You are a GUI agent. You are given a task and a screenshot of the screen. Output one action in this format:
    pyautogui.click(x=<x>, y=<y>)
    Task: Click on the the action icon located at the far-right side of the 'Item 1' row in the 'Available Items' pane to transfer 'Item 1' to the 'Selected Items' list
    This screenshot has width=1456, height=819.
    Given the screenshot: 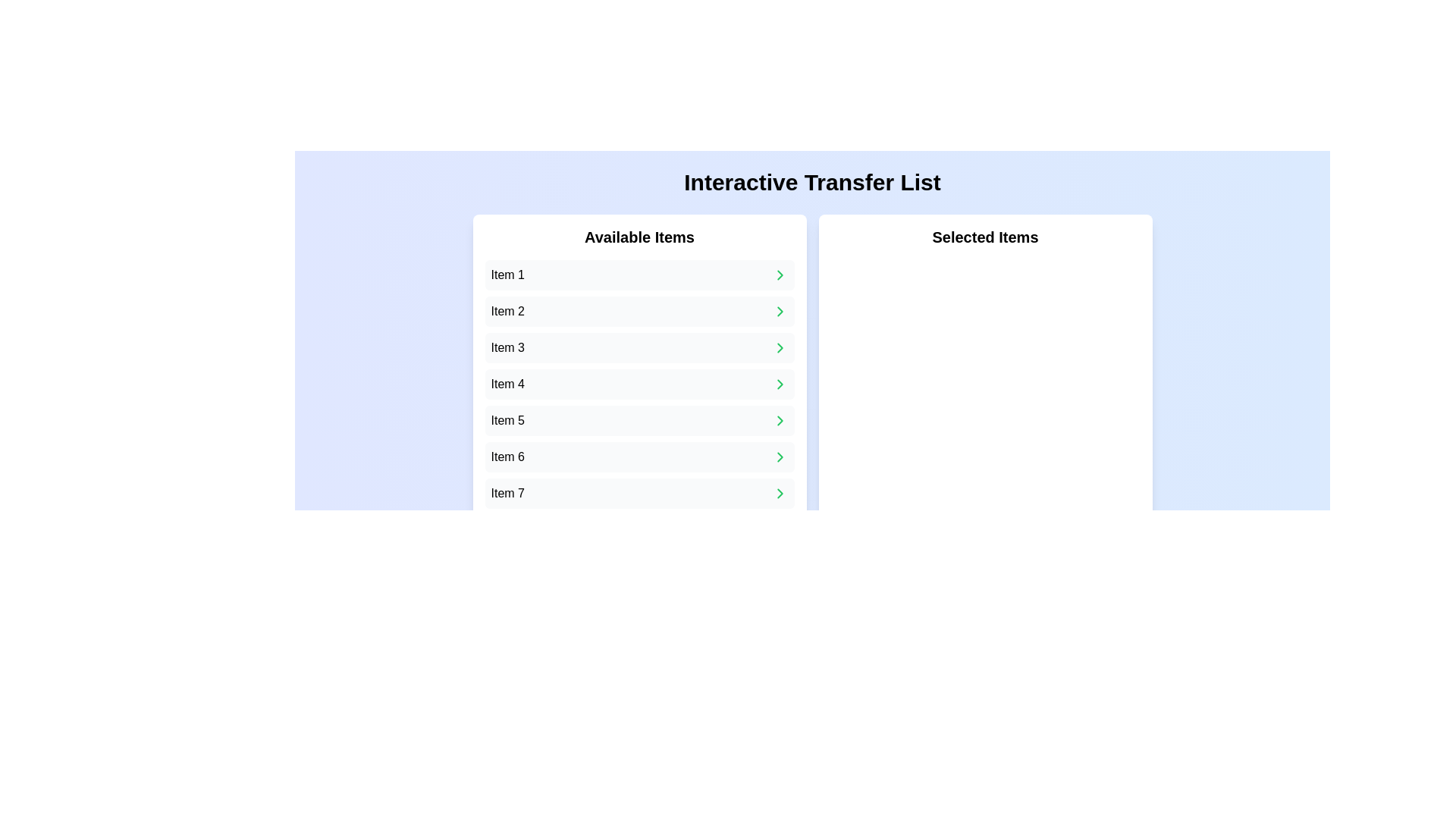 What is the action you would take?
    pyautogui.click(x=780, y=275)
    